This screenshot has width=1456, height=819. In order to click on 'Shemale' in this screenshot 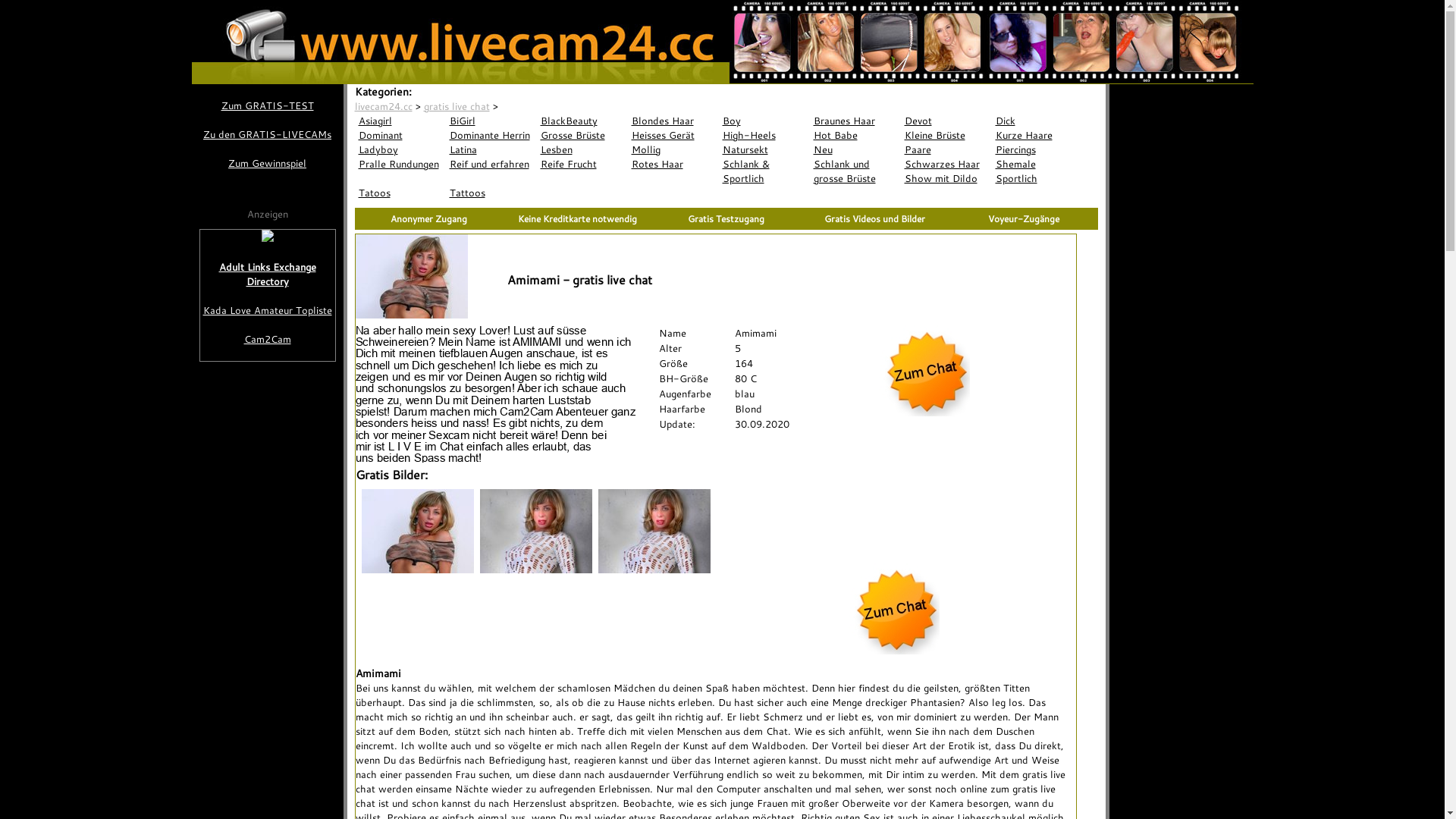, I will do `click(992, 164)`.